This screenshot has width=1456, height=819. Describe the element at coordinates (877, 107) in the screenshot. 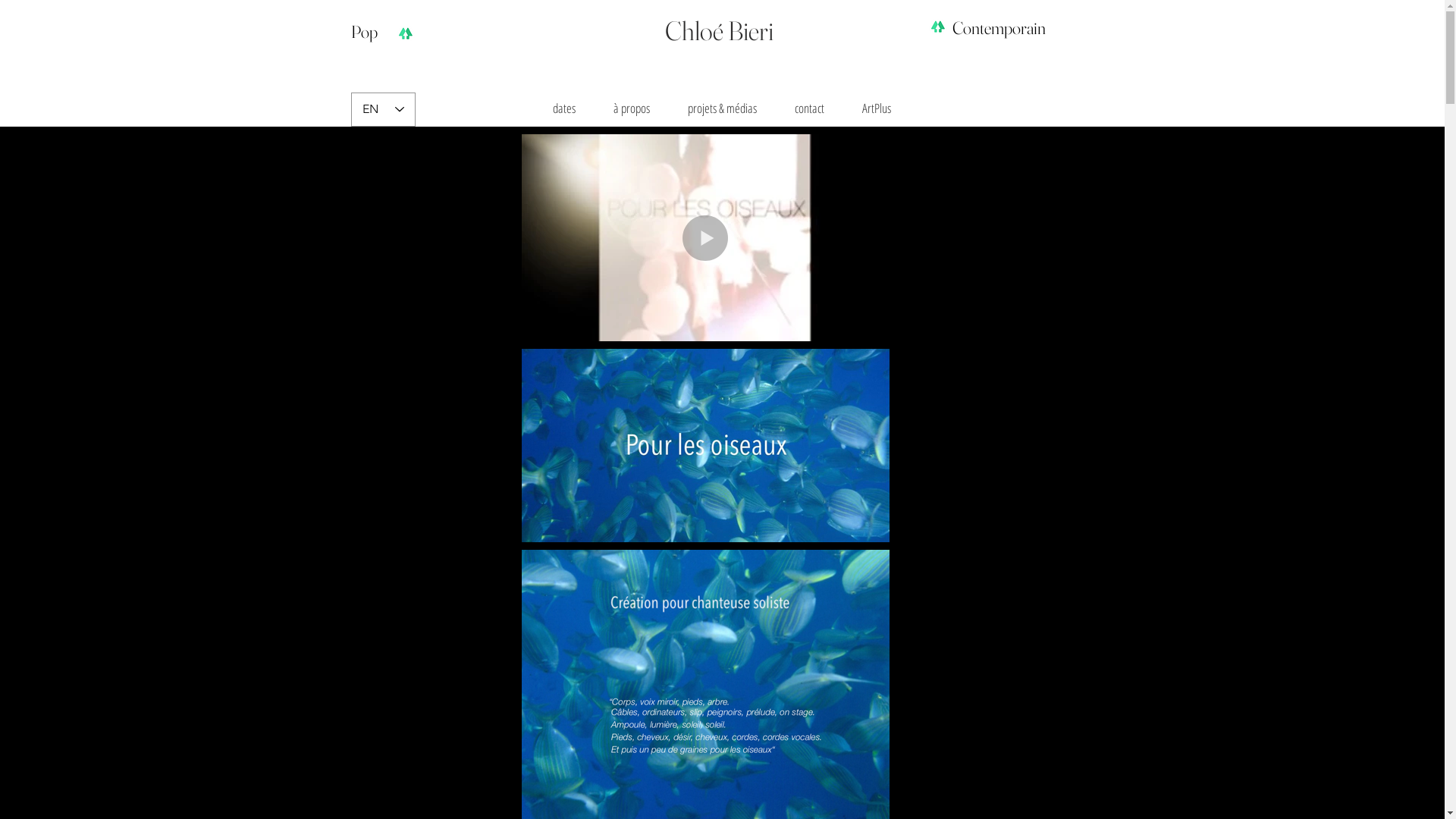

I see `'ArtPlus'` at that location.